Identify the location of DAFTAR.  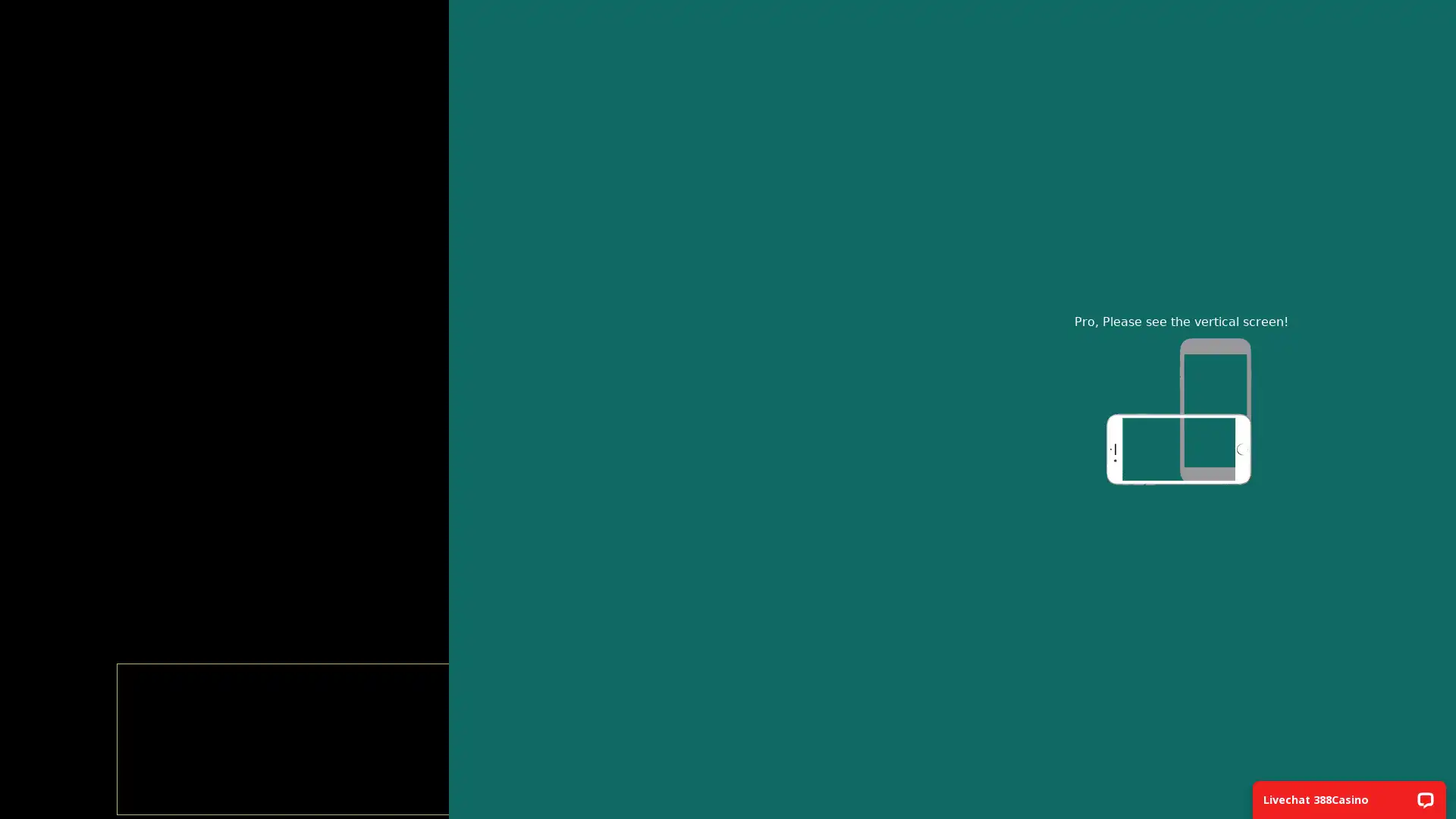
(726, 337).